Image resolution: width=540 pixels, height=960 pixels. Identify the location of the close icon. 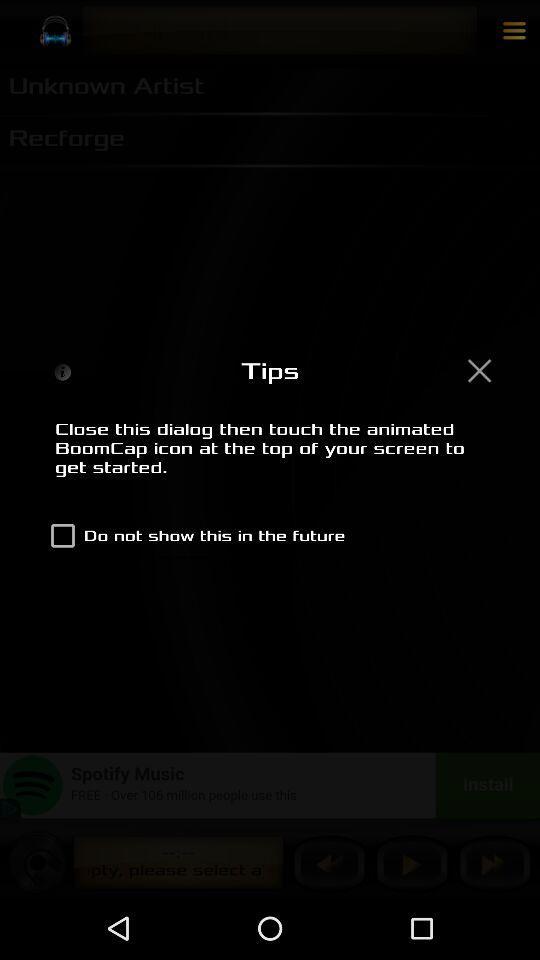
(478, 369).